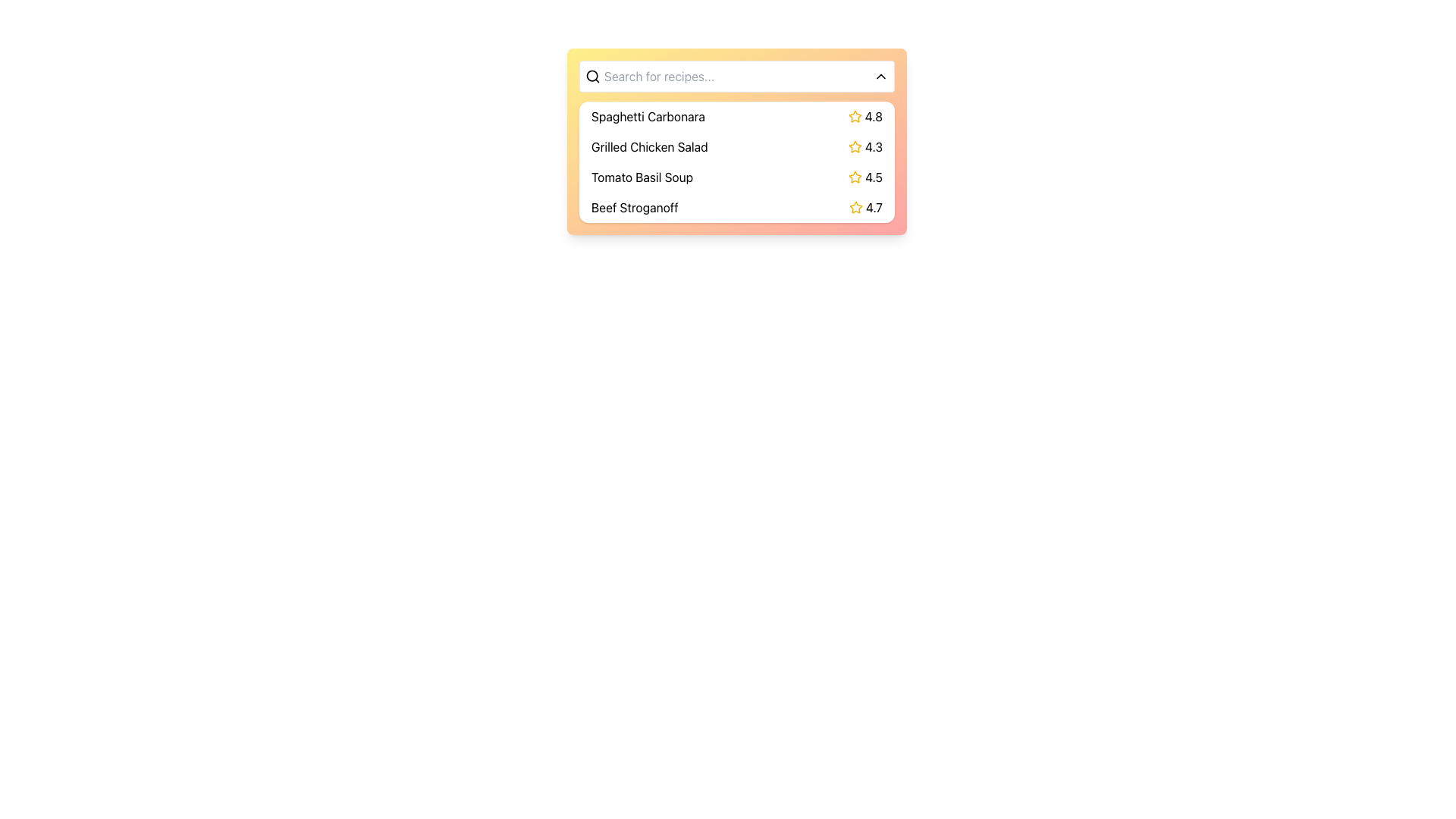 The image size is (1456, 819). What do you see at coordinates (592, 76) in the screenshot?
I see `the magnifying glass icon located on the left side of the search bar, which is visually represented by a circular lens and a handle extending diagonally` at bounding box center [592, 76].